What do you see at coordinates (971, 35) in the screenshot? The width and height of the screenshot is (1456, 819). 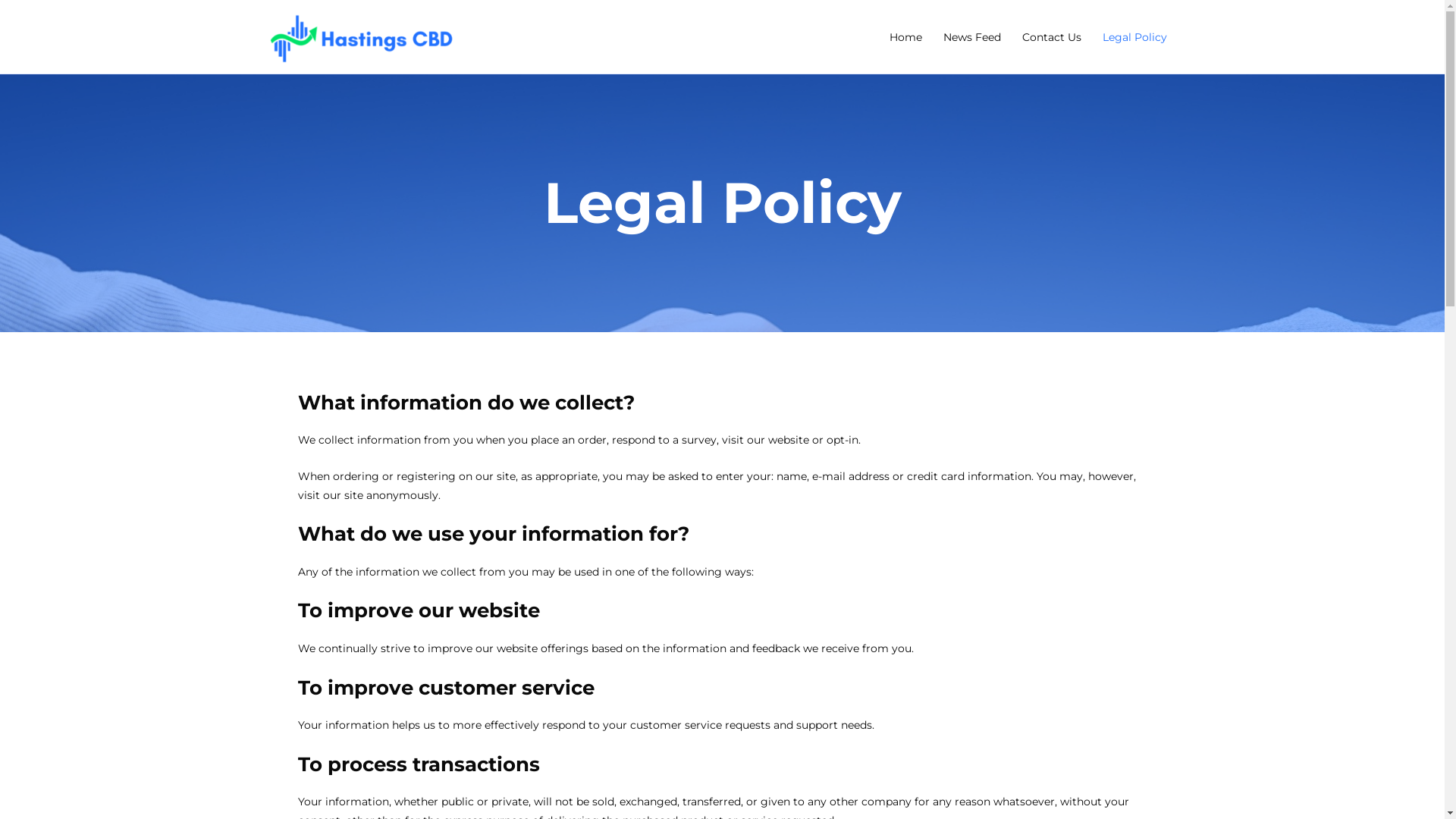 I see `'News Feed'` at bounding box center [971, 35].